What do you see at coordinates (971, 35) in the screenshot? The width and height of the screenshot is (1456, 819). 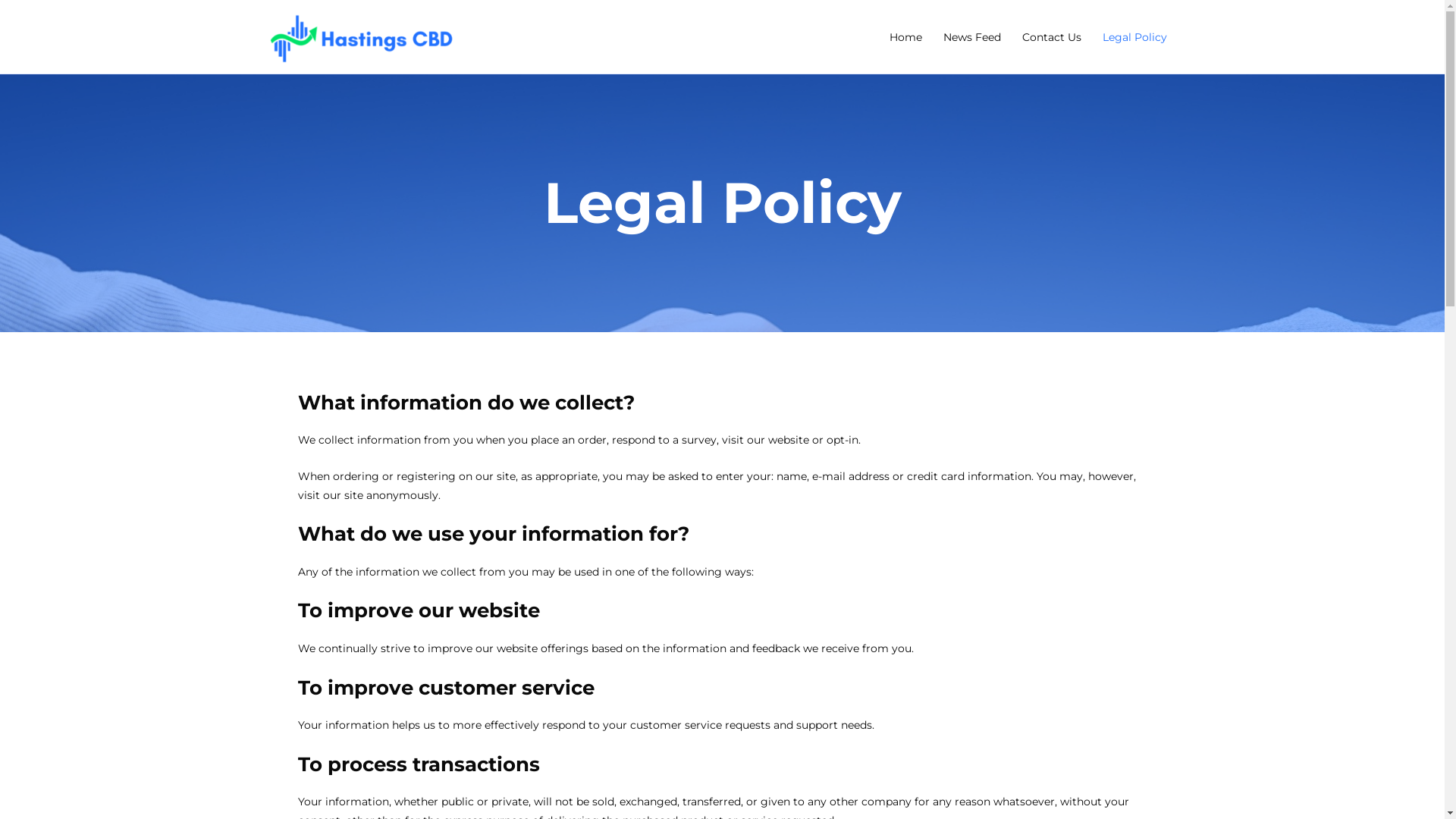 I see `'News Feed'` at bounding box center [971, 35].